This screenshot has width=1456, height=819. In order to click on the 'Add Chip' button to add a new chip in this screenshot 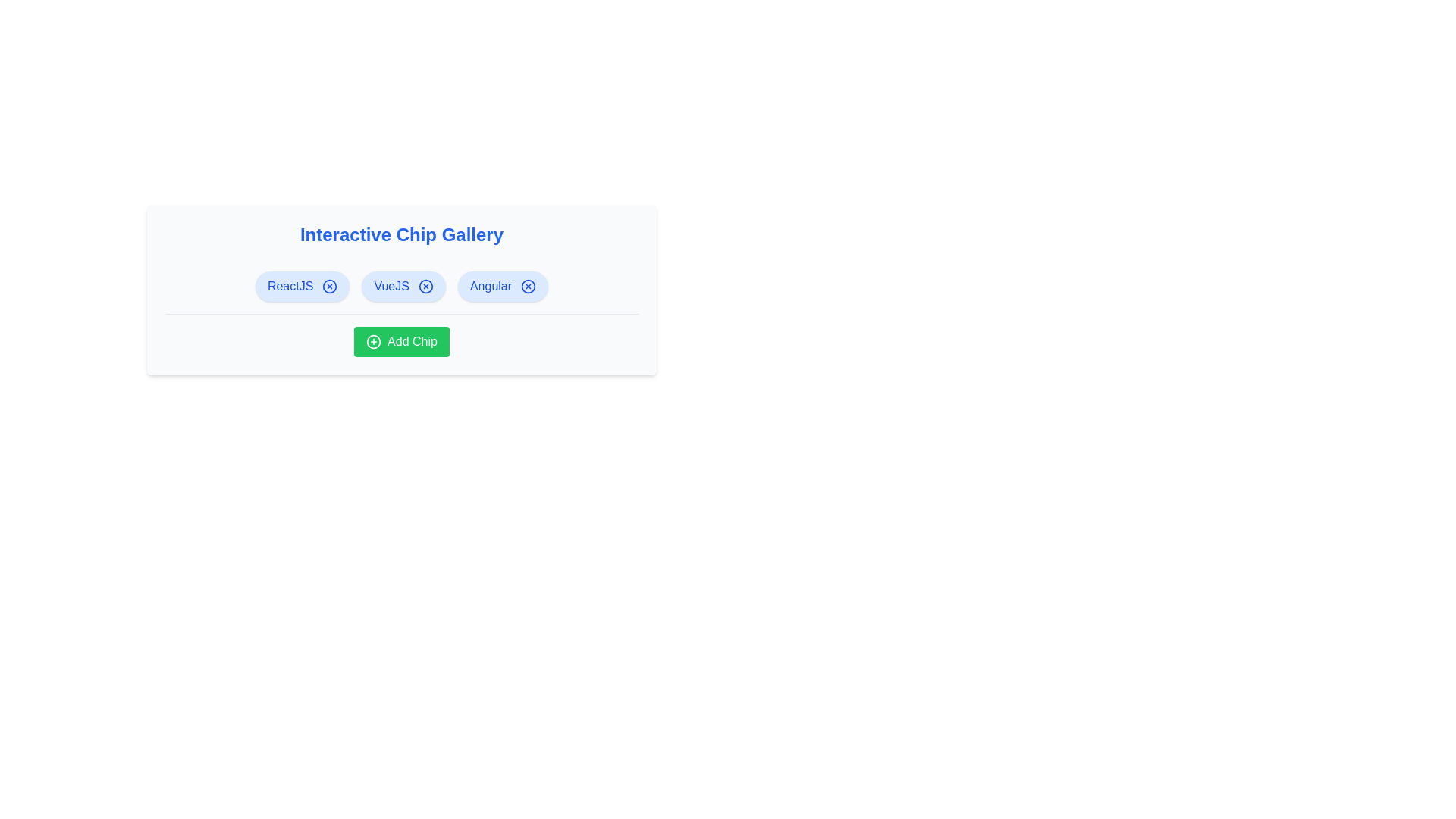, I will do `click(401, 342)`.